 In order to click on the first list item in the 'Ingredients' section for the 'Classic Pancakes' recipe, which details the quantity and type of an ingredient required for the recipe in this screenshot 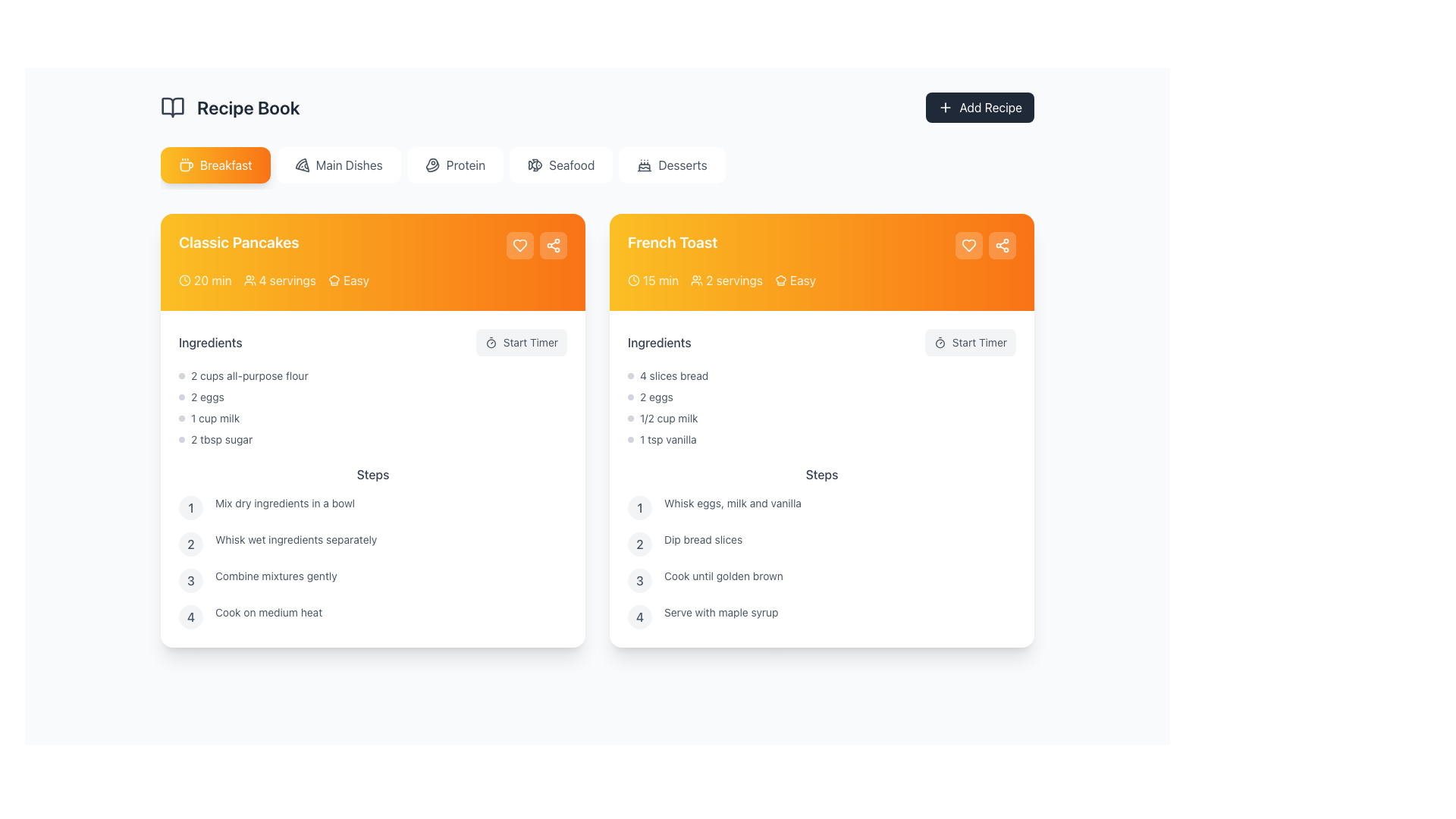, I will do `click(372, 375)`.